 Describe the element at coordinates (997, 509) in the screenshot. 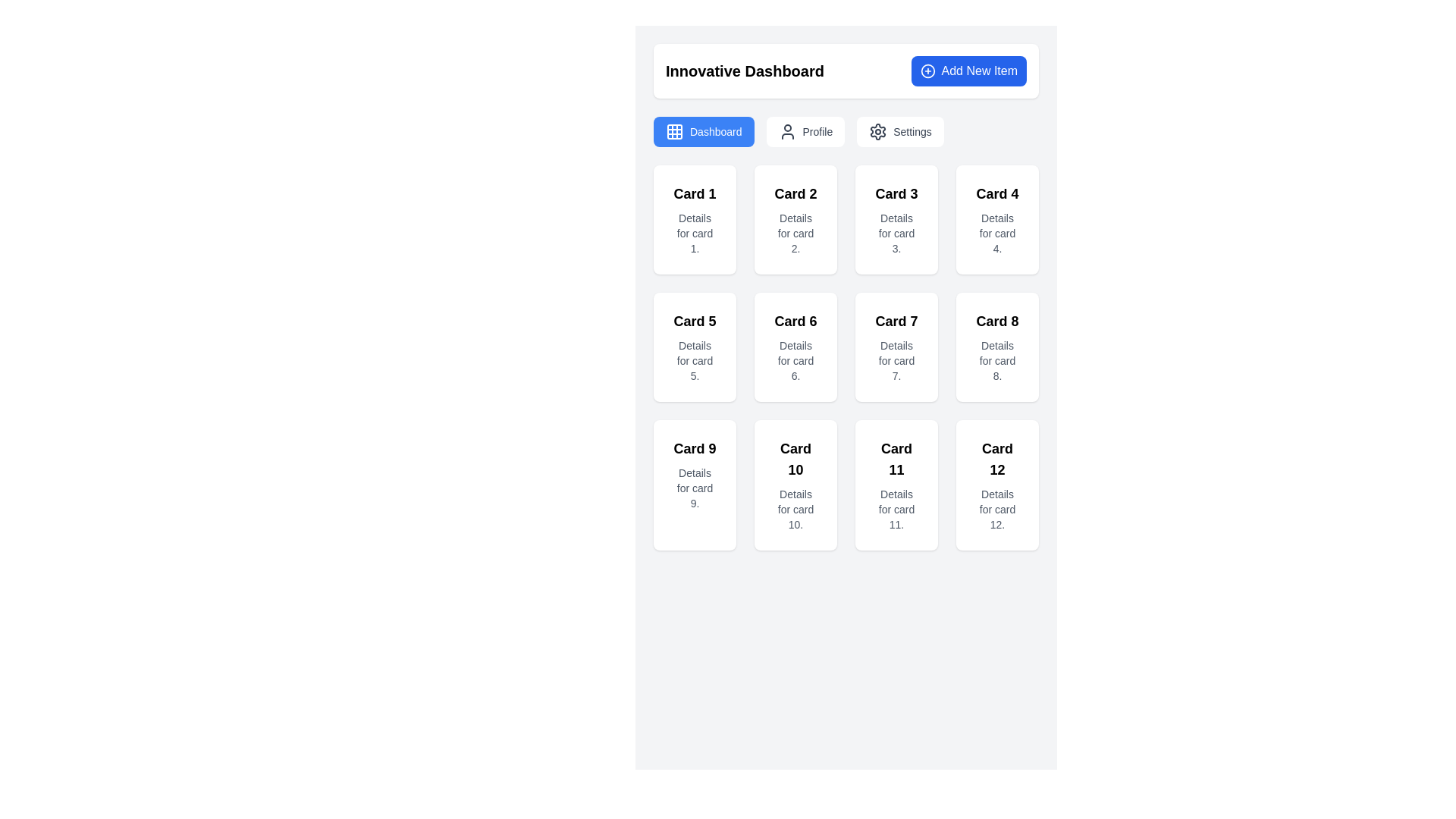

I see `the descriptive text label located within the 'Card 12' card, positioned at the lower portion of the card, providing additional context for the title` at that location.